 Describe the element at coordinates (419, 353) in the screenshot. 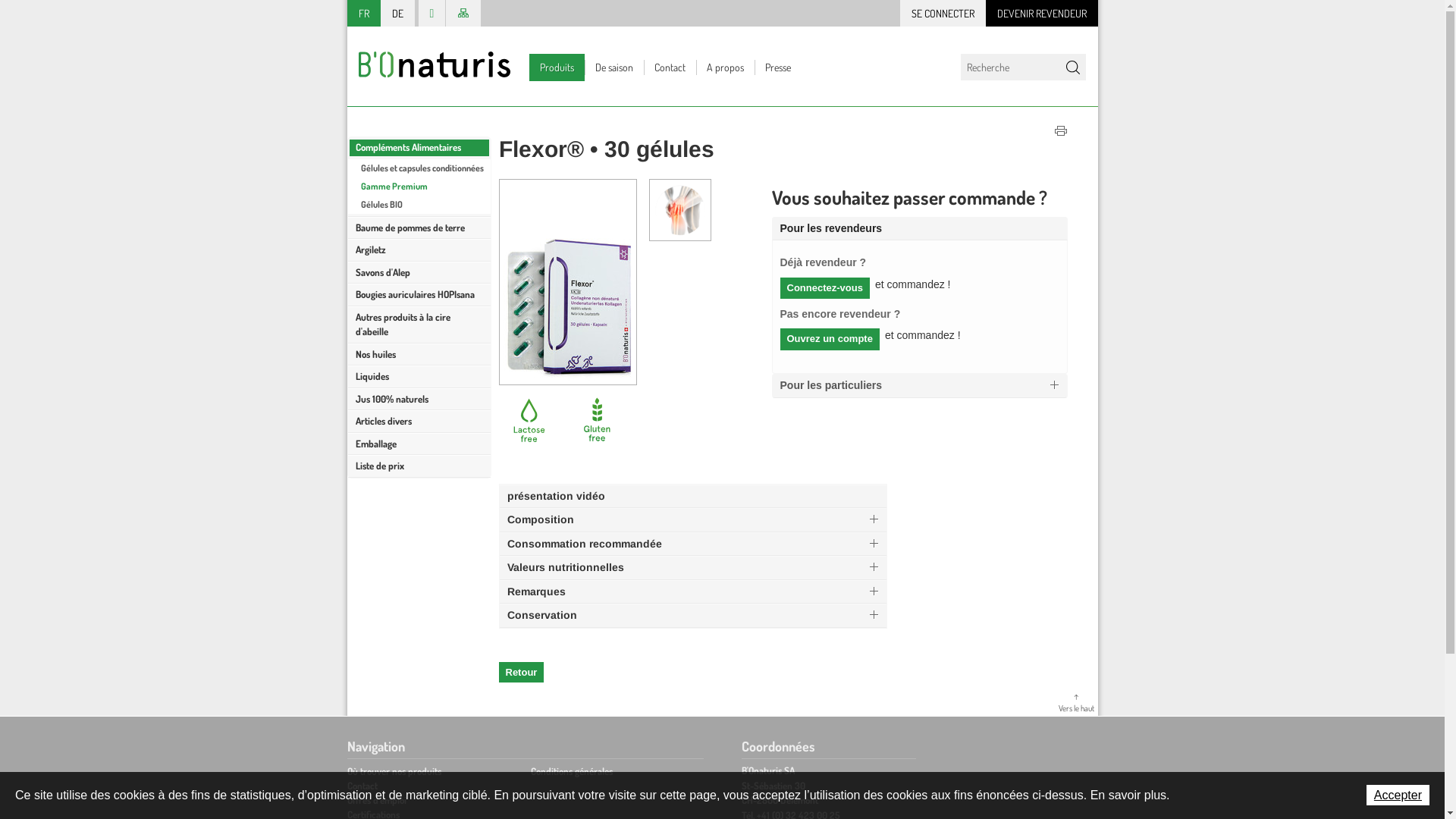

I see `'Nos huiles'` at that location.